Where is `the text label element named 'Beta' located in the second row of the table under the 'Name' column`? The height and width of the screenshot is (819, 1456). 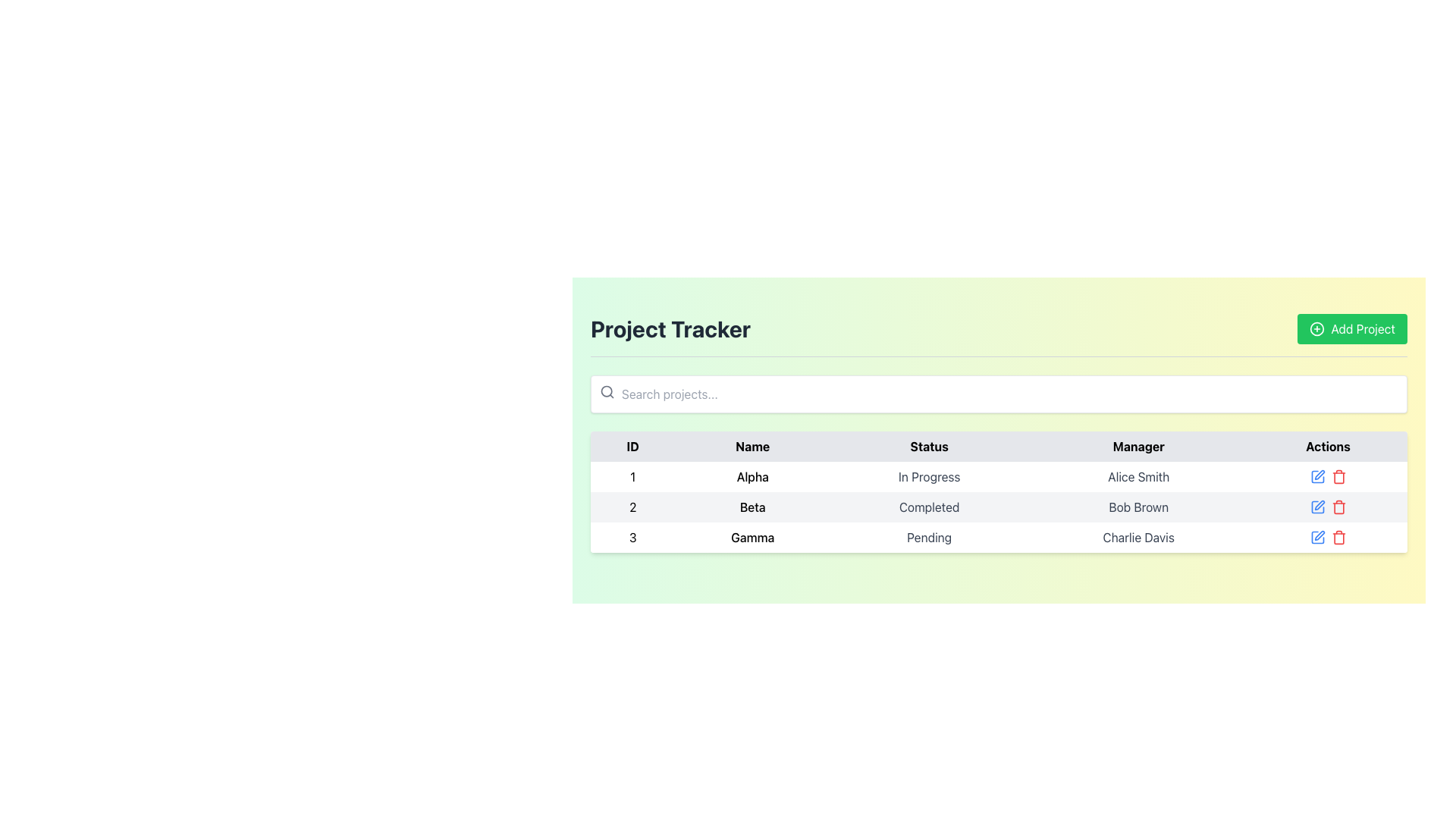 the text label element named 'Beta' located in the second row of the table under the 'Name' column is located at coordinates (752, 507).